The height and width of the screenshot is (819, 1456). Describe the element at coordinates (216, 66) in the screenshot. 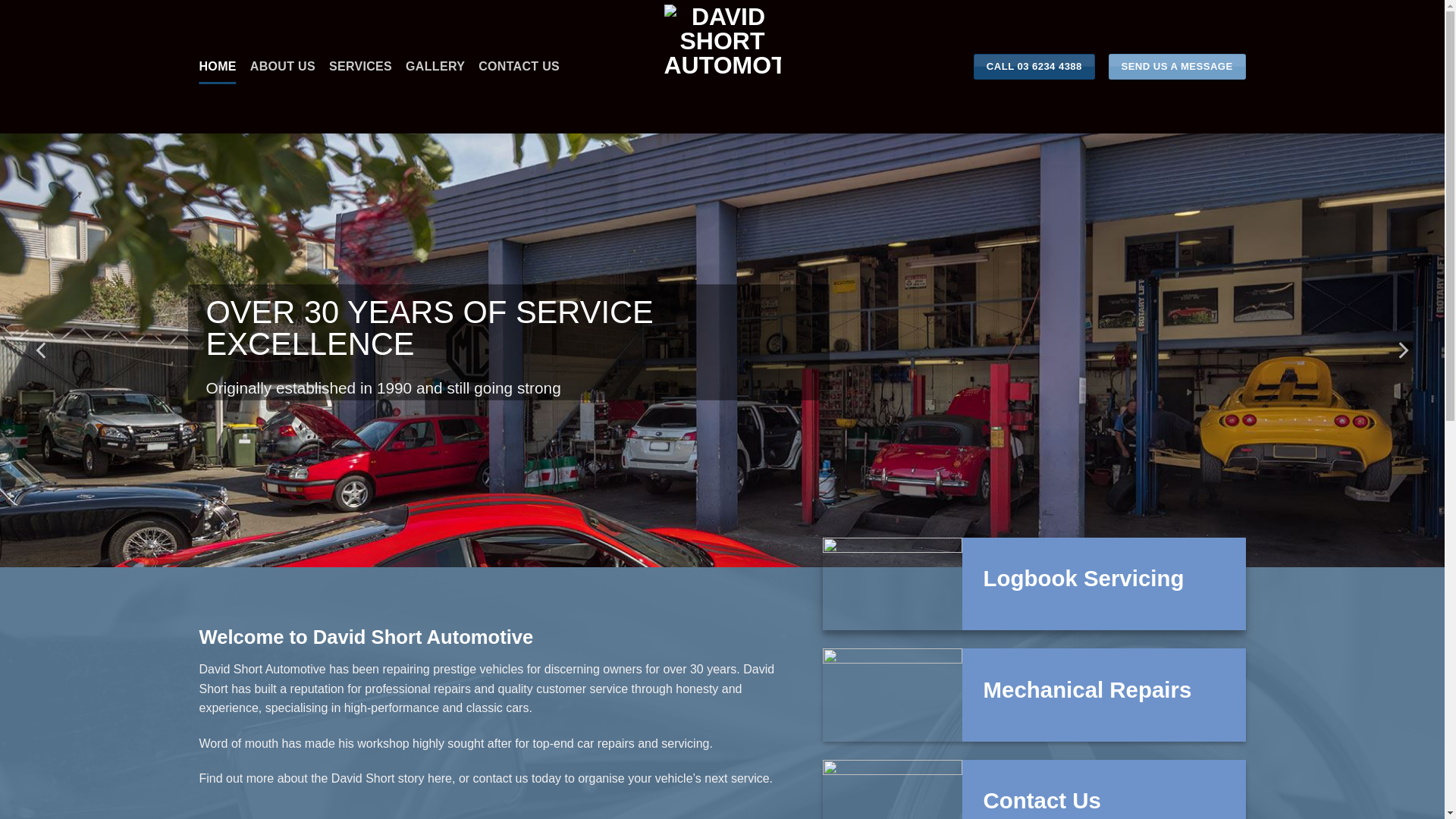

I see `'HOME'` at that location.